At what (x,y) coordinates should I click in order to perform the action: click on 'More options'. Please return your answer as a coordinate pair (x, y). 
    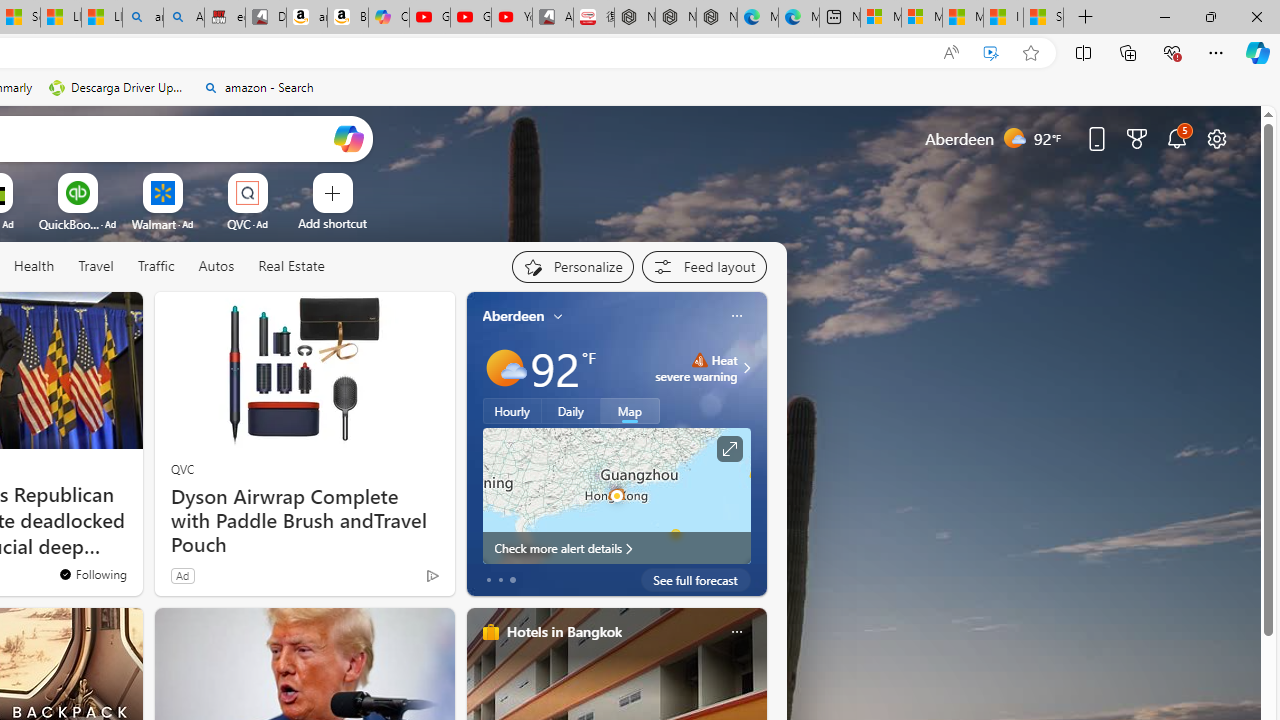
    Looking at the image, I should click on (735, 631).